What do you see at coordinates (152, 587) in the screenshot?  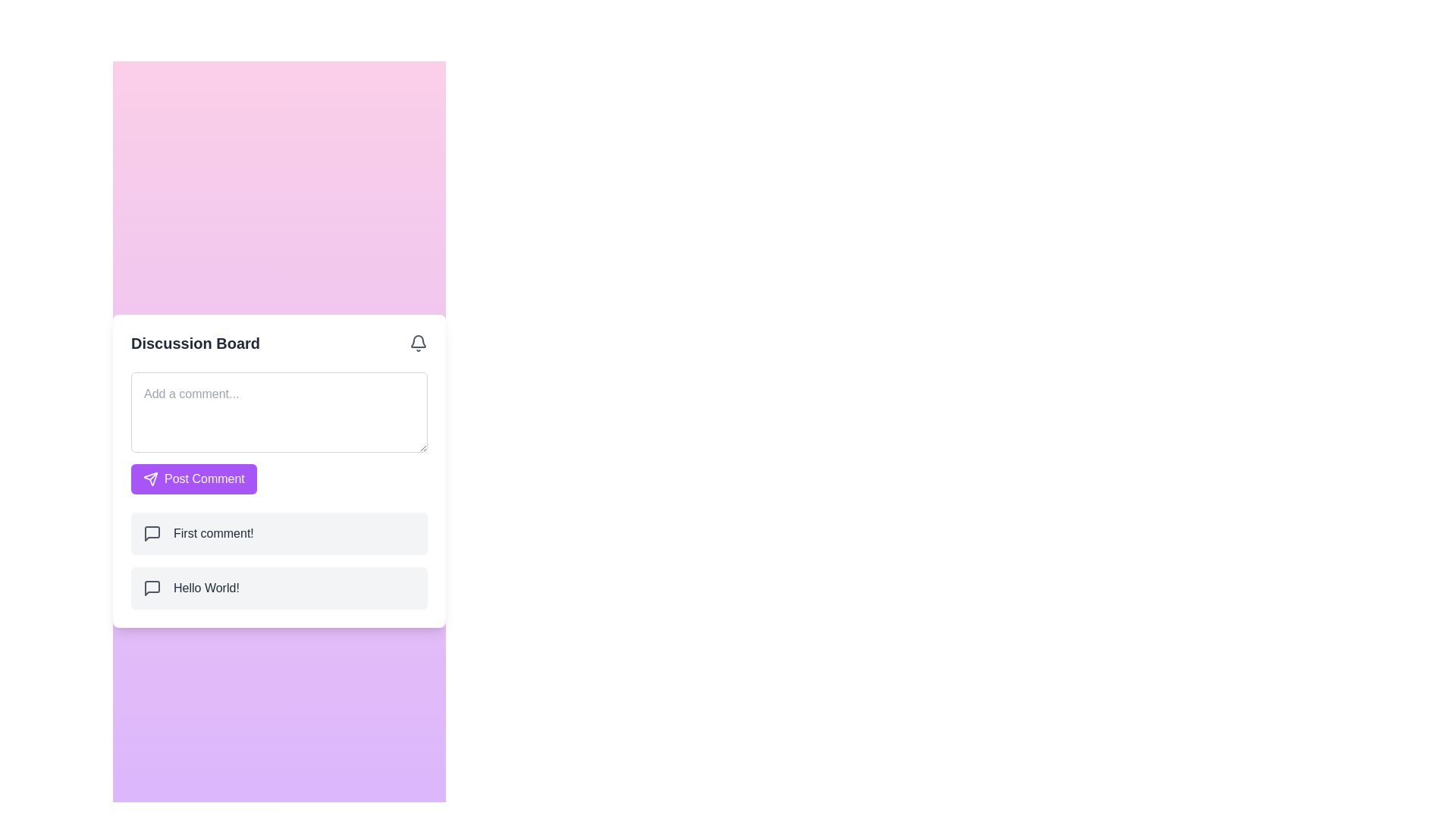 I see `the small square speech bubble icon located to the left of the 'Hello World!' text in the discussion board interface, which has a minimalist gray stroke-based outline and rounded corners` at bounding box center [152, 587].